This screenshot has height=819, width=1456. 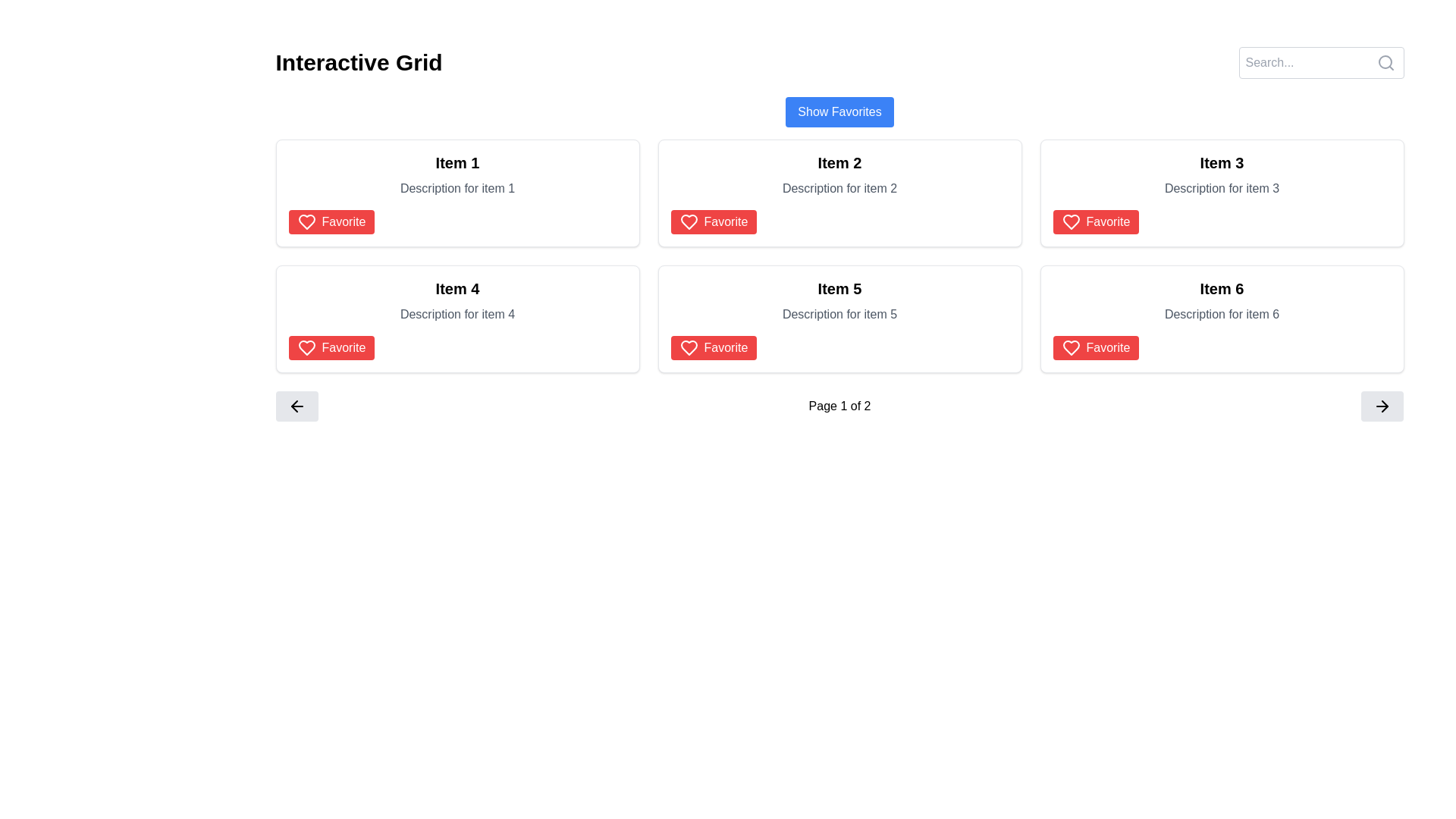 I want to click on the text label styled in gray containing 'Description for item 2', which is located under the heading 'Item 2' in the second card of a 3x2 grid layout, so click(x=839, y=188).